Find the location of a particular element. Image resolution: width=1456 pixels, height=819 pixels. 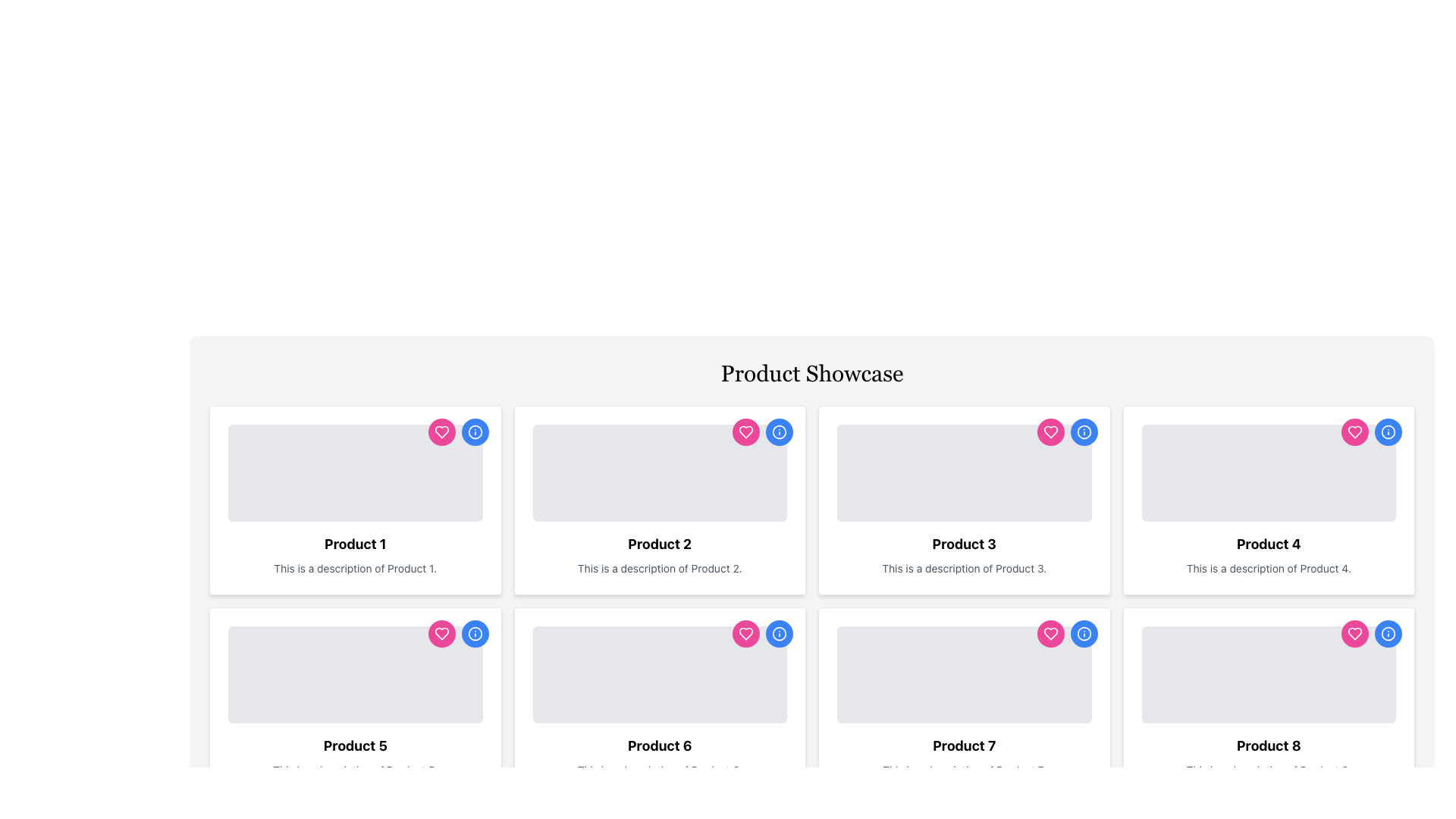

the circular pink button with a white outlined heart icon located at the top-right corner of the card for Product 8 to change its background color is located at coordinates (1354, 634).